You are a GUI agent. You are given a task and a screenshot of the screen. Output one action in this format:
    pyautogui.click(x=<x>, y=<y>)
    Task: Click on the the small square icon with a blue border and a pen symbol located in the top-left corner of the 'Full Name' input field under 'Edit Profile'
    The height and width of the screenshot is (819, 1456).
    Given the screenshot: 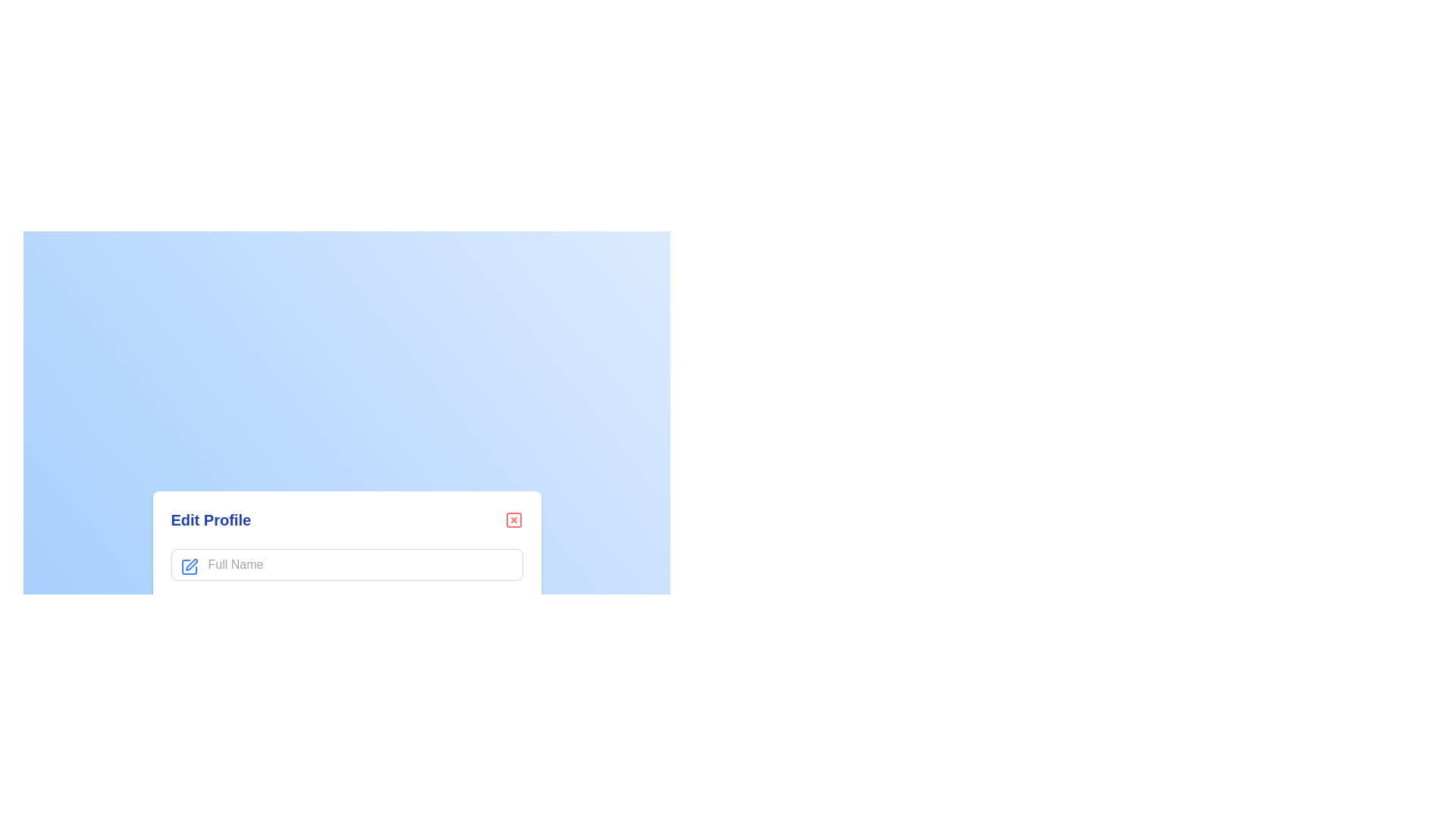 What is the action you would take?
    pyautogui.click(x=188, y=567)
    